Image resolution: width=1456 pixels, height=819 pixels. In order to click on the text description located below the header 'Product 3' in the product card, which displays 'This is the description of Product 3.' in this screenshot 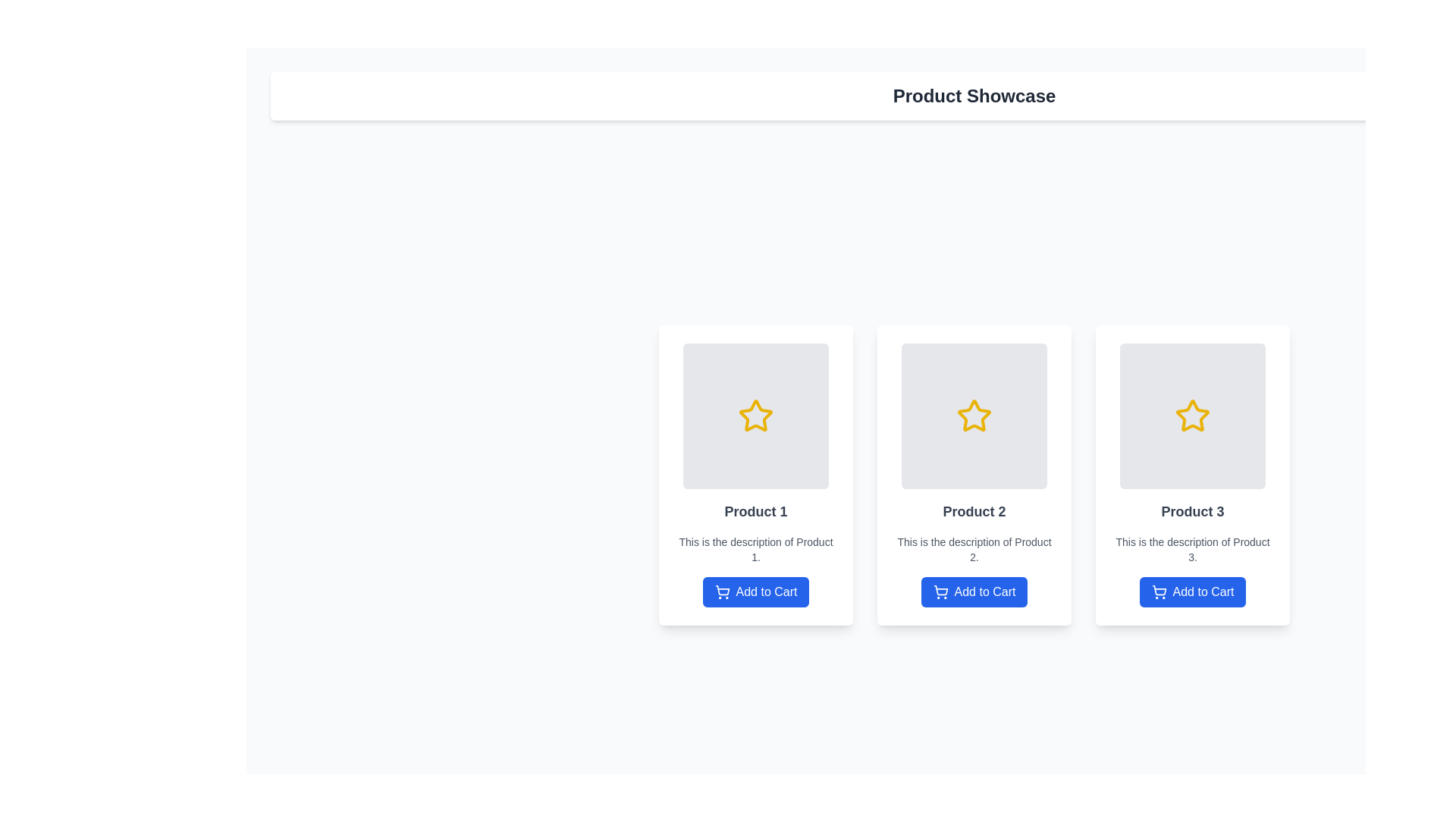, I will do `click(1192, 550)`.